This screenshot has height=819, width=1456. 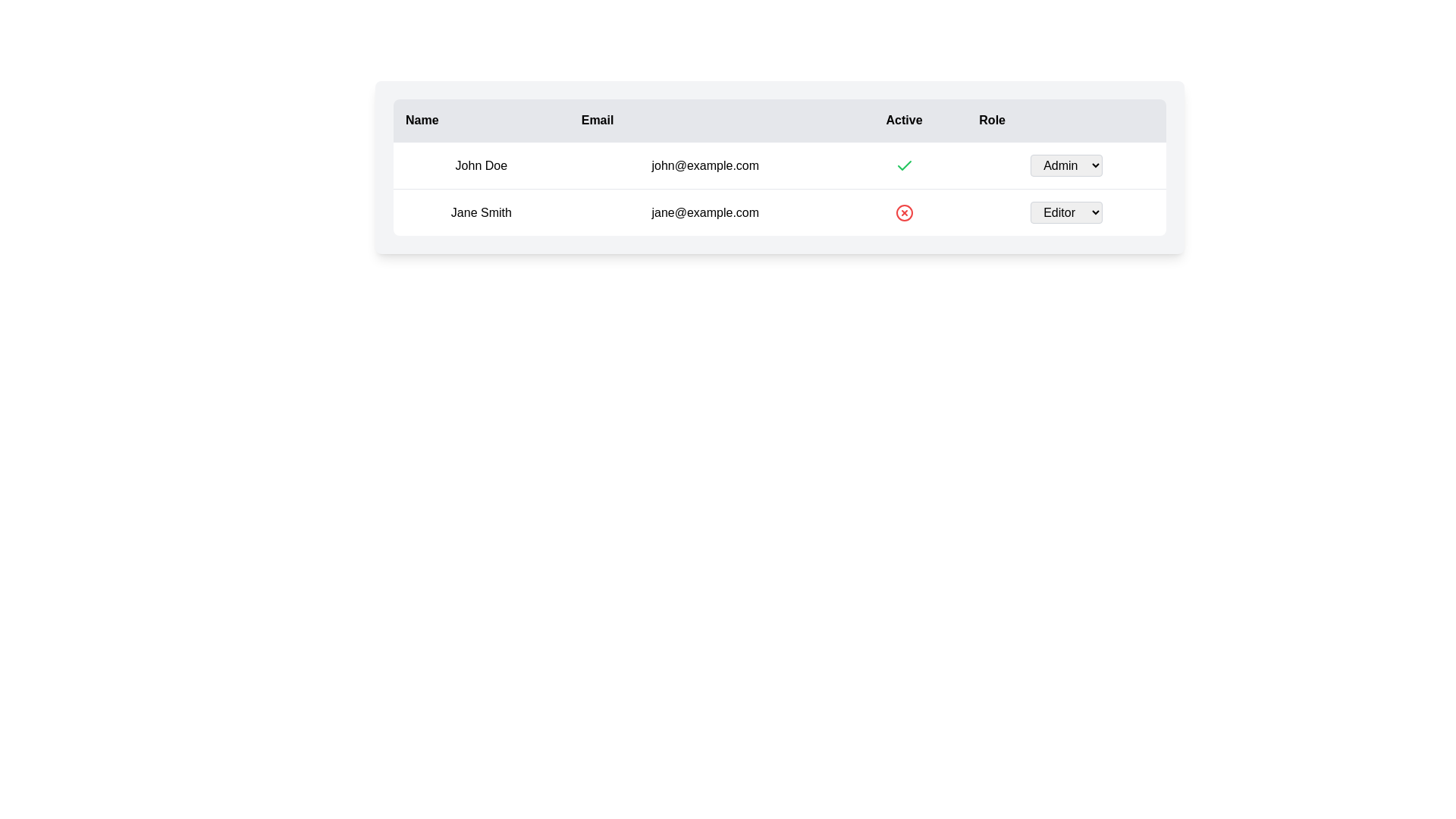 What do you see at coordinates (1065, 165) in the screenshot?
I see `an option within the dropdown menu for user 'John Doe' located in the 'Role' column of the first row of the table` at bounding box center [1065, 165].